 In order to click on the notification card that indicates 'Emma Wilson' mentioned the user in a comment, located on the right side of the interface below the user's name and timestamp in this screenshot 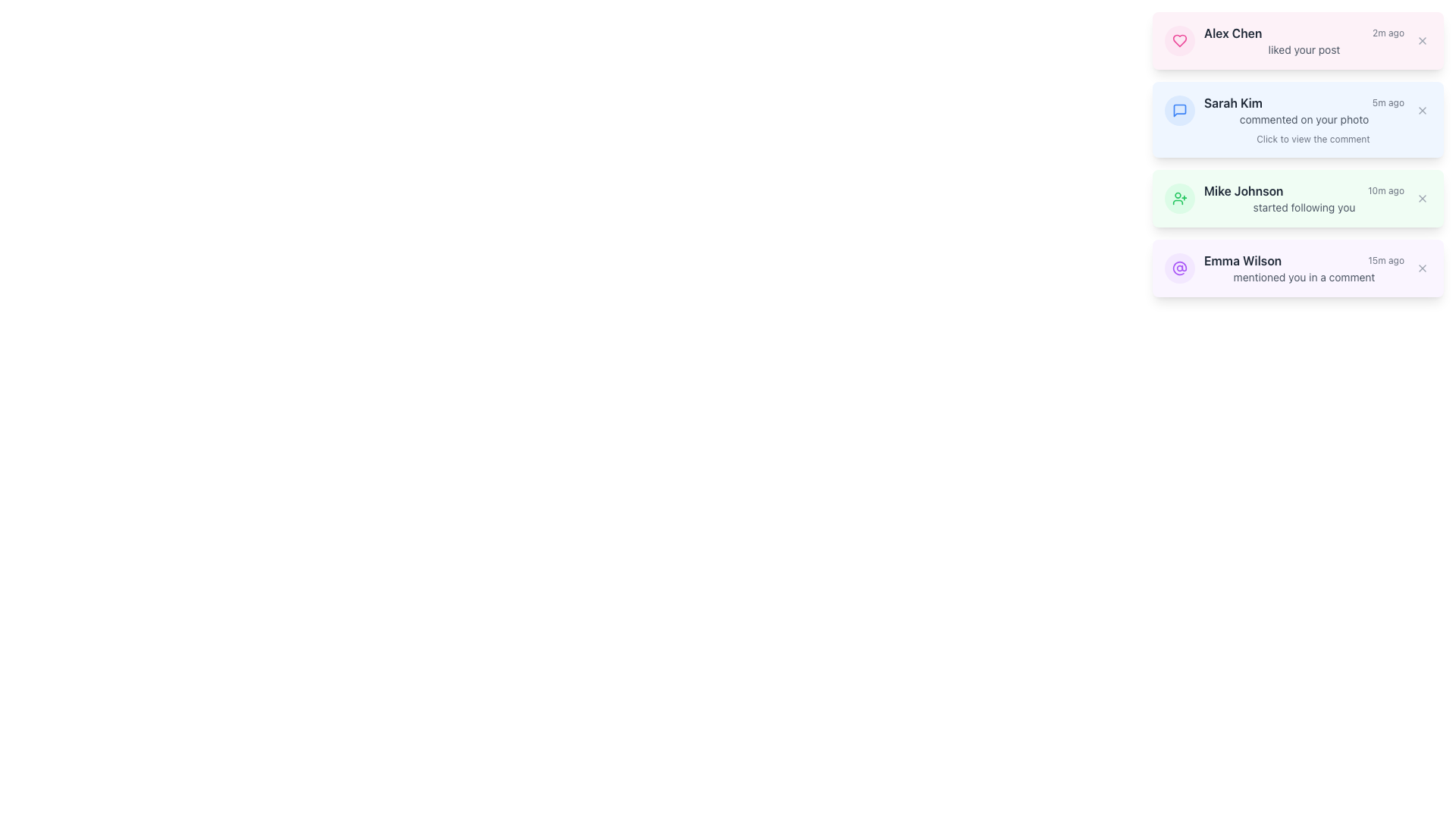, I will do `click(1303, 278)`.